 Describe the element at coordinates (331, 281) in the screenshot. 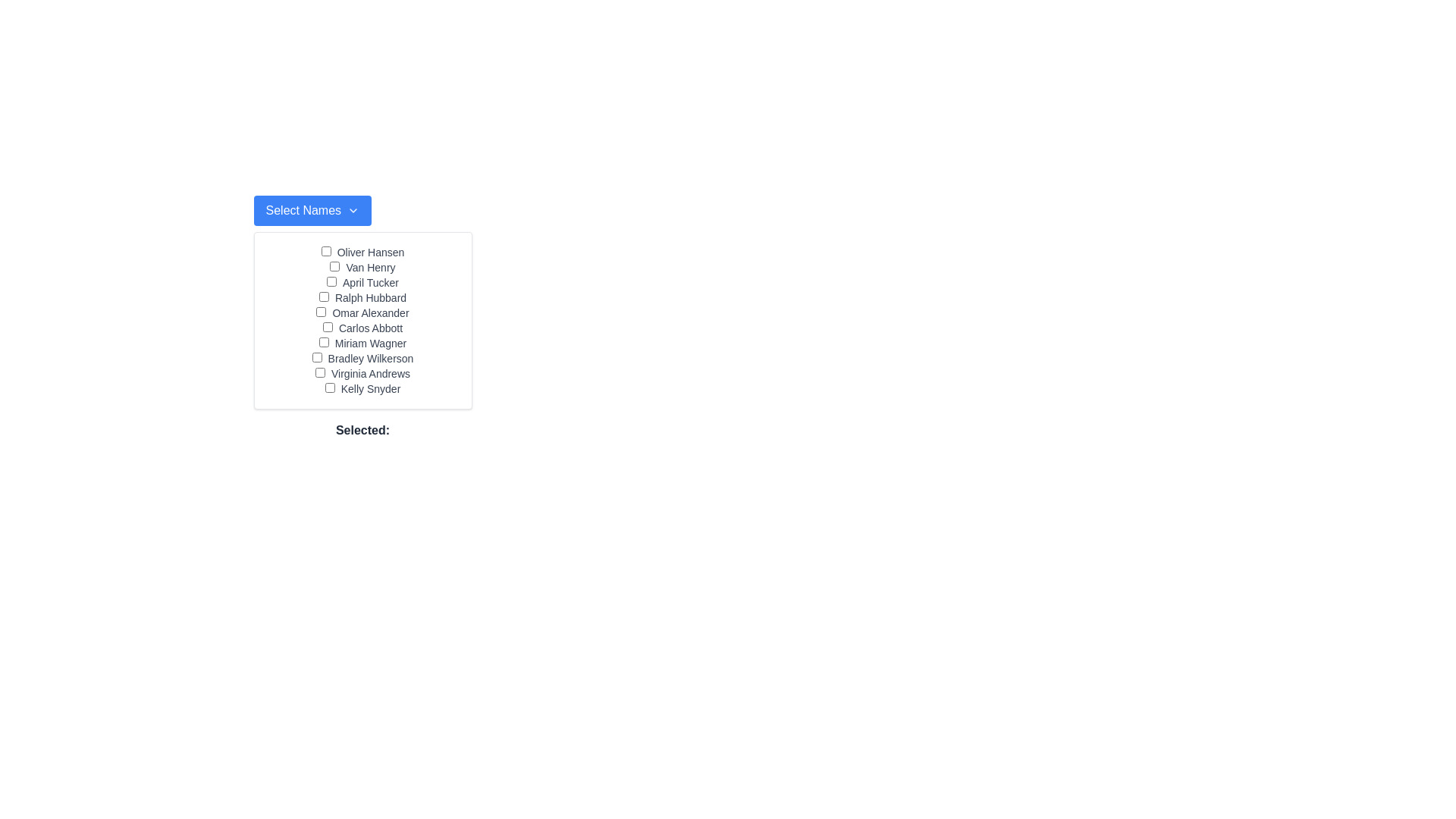

I see `the checkbox located to the left of the 'April Tucker' label` at that location.